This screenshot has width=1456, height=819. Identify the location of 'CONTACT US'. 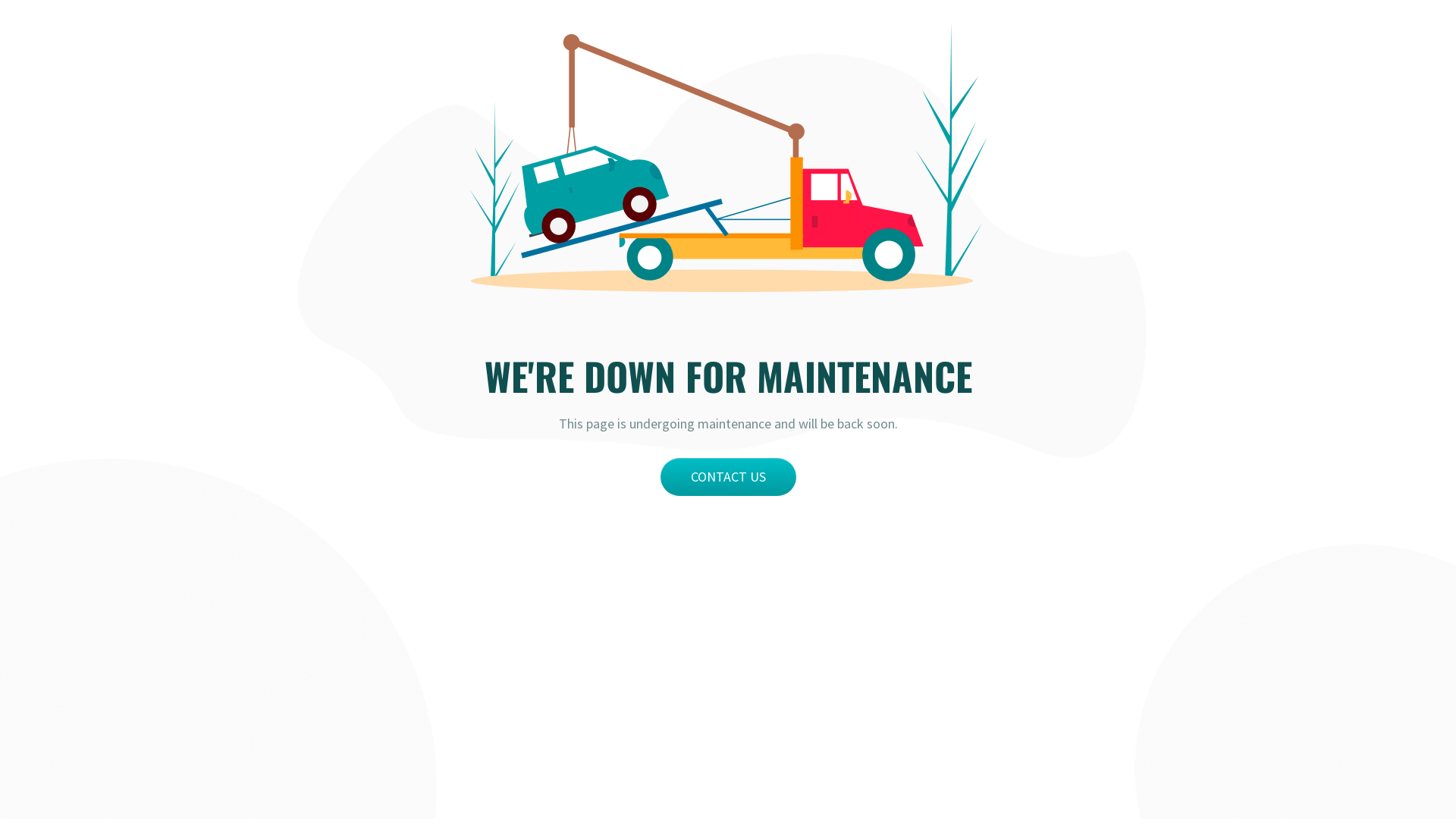
(726, 475).